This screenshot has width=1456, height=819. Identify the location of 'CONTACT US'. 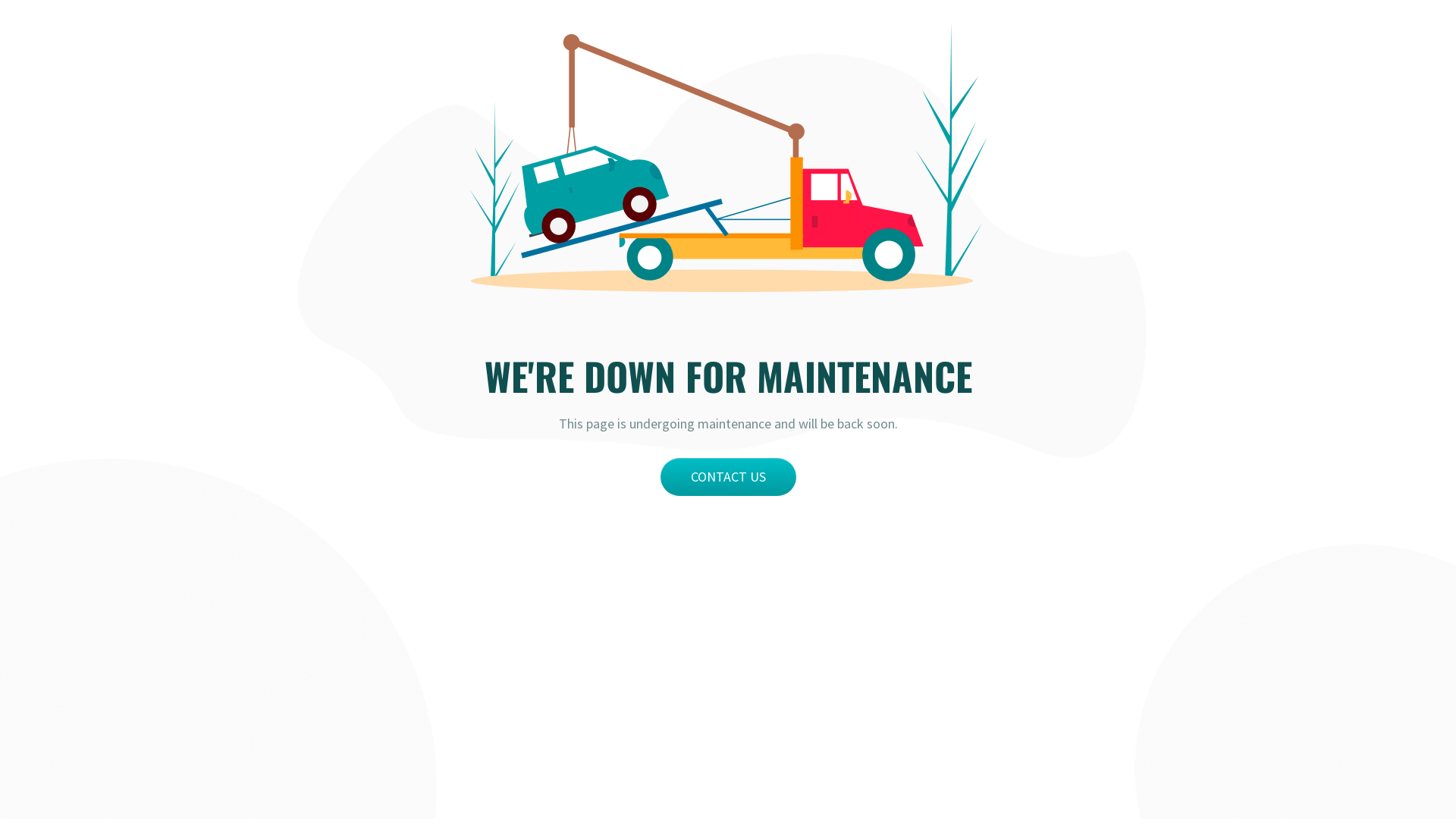
(726, 475).